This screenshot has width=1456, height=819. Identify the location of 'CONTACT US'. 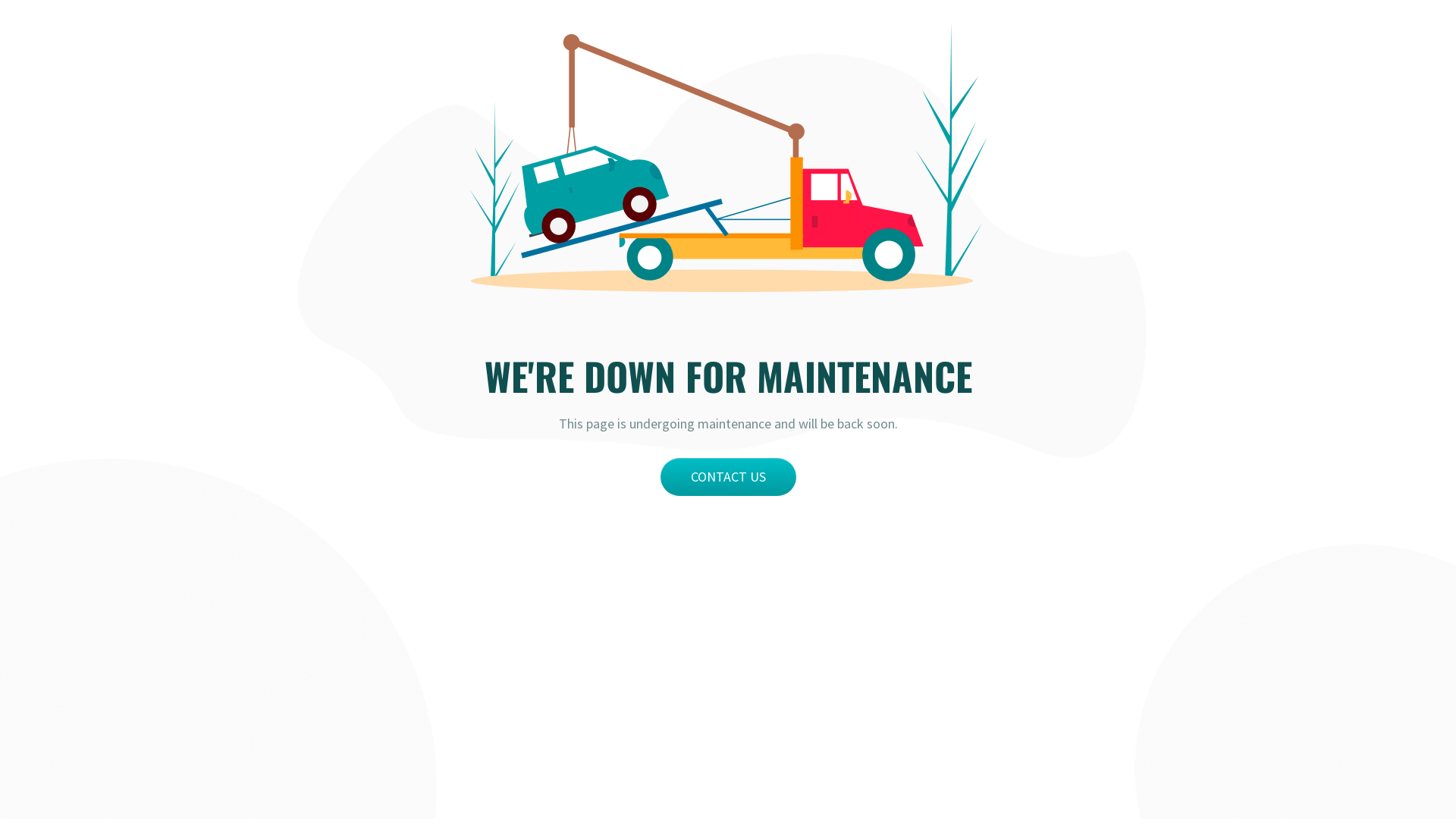
(726, 475).